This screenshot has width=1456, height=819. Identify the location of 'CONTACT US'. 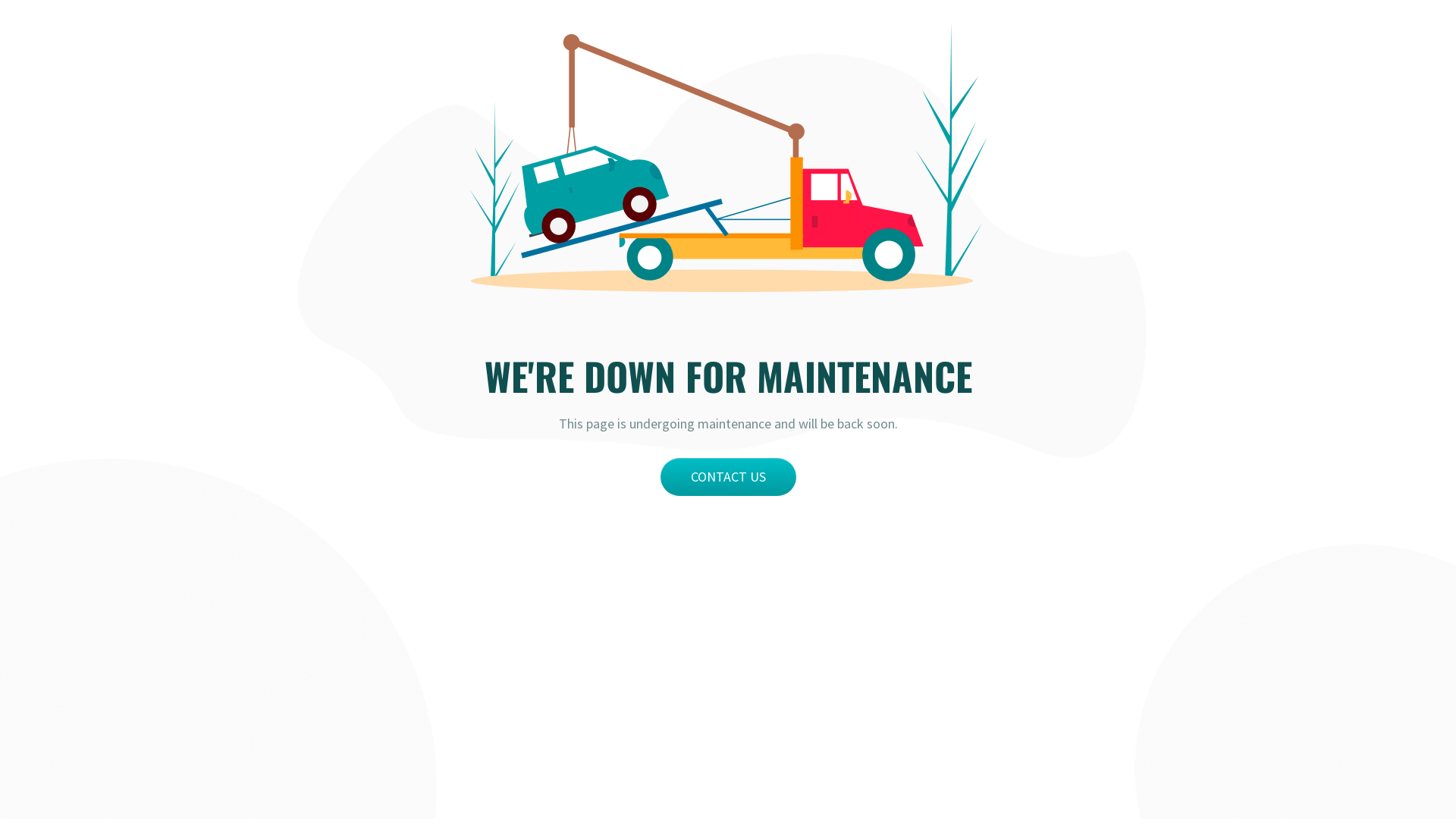
(726, 475).